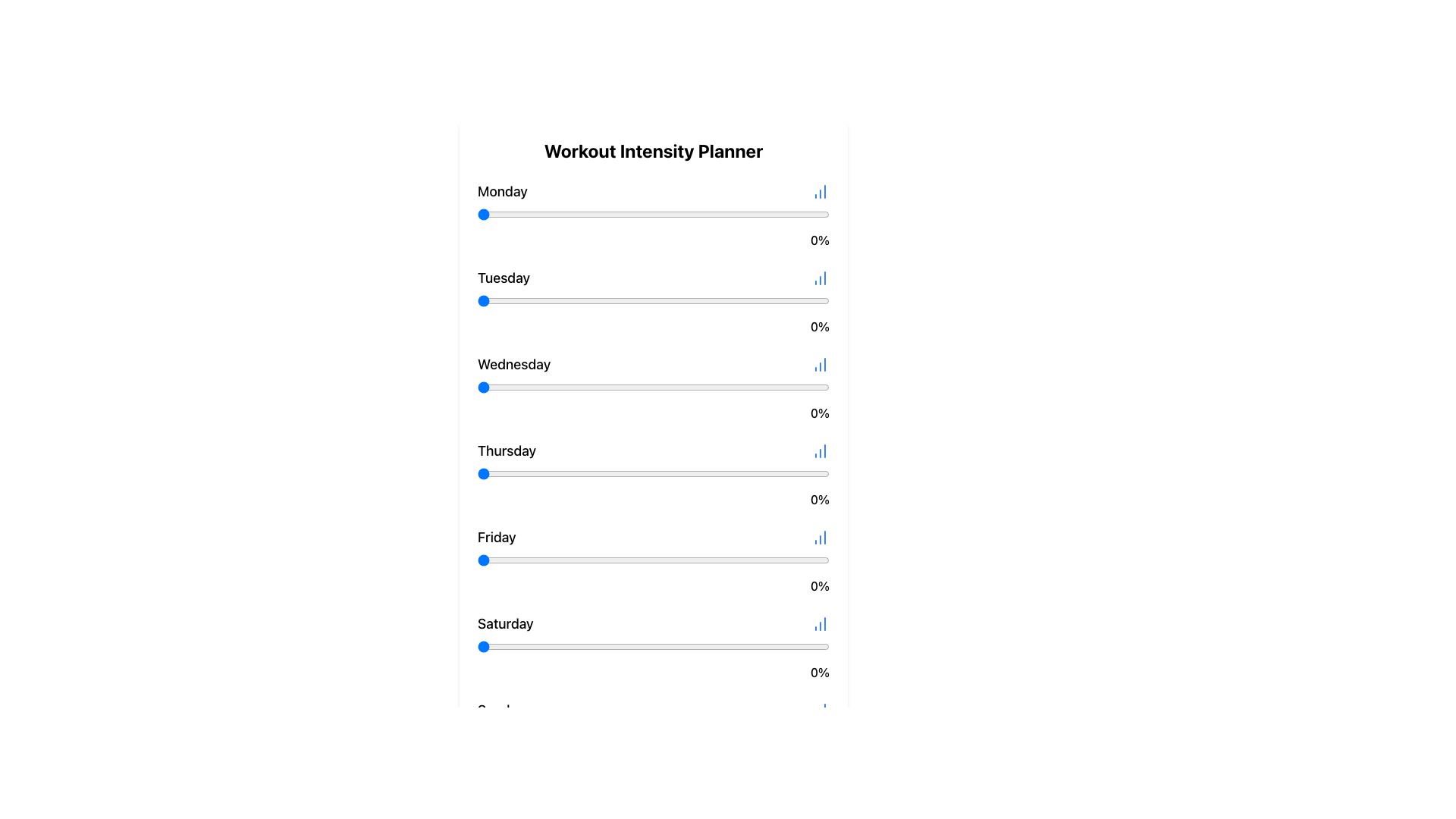 Image resolution: width=1456 pixels, height=819 pixels. What do you see at coordinates (804, 386) in the screenshot?
I see `the Wednesday workout intensity` at bounding box center [804, 386].